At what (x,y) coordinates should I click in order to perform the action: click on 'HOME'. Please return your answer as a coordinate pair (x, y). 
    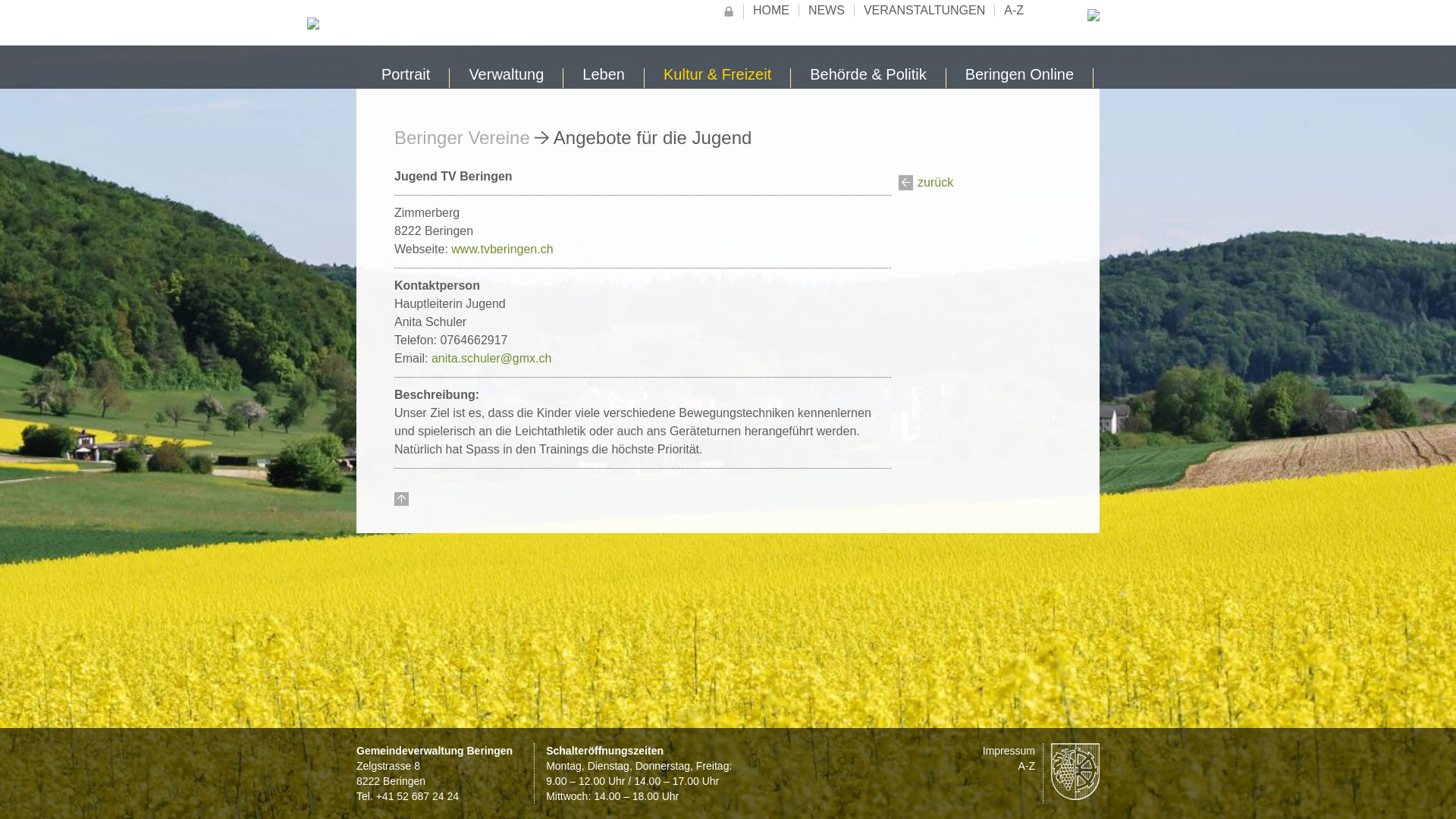
    Looking at the image, I should click on (771, 10).